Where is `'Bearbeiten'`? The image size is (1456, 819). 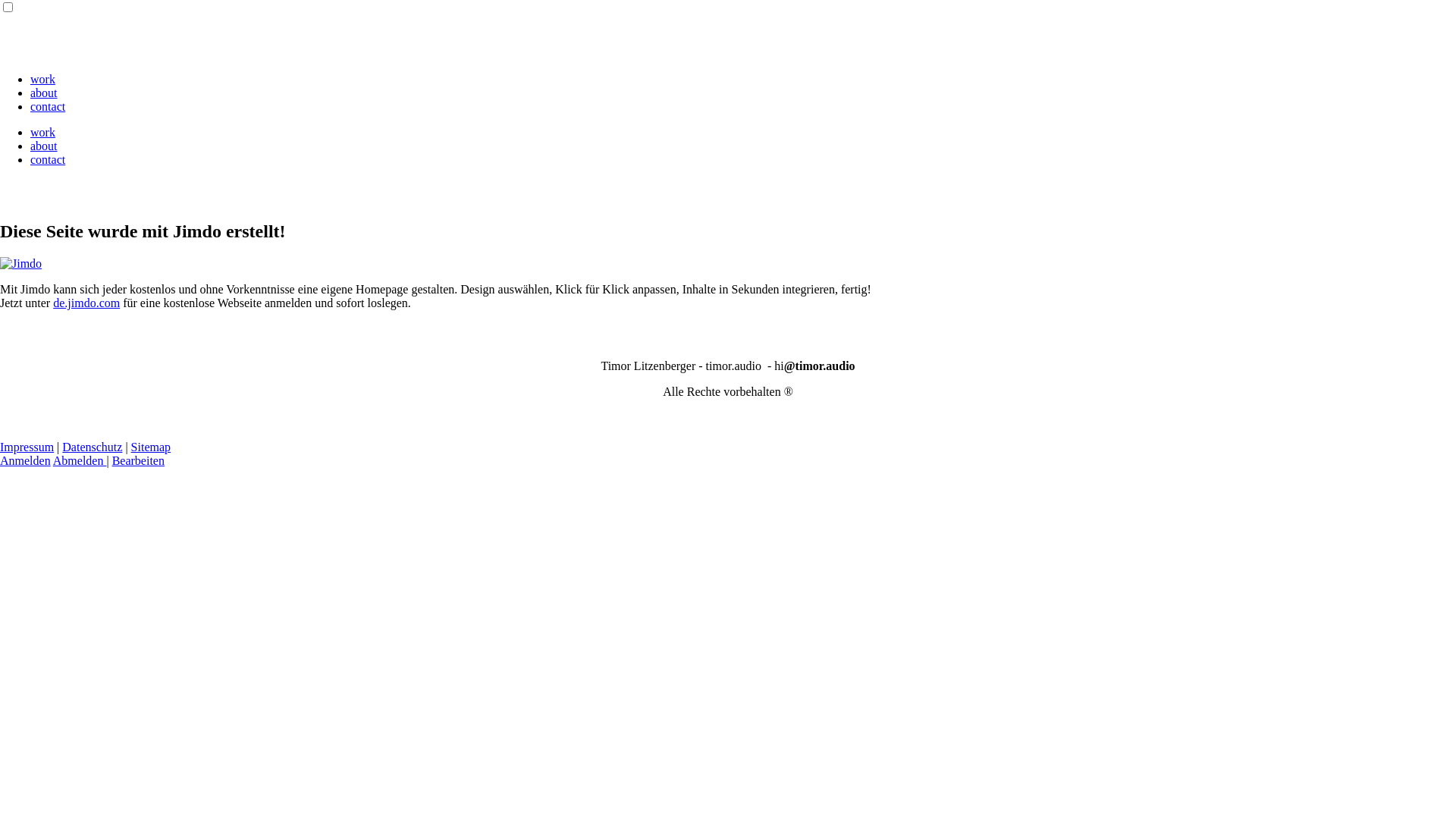
'Bearbeiten' is located at coordinates (138, 460).